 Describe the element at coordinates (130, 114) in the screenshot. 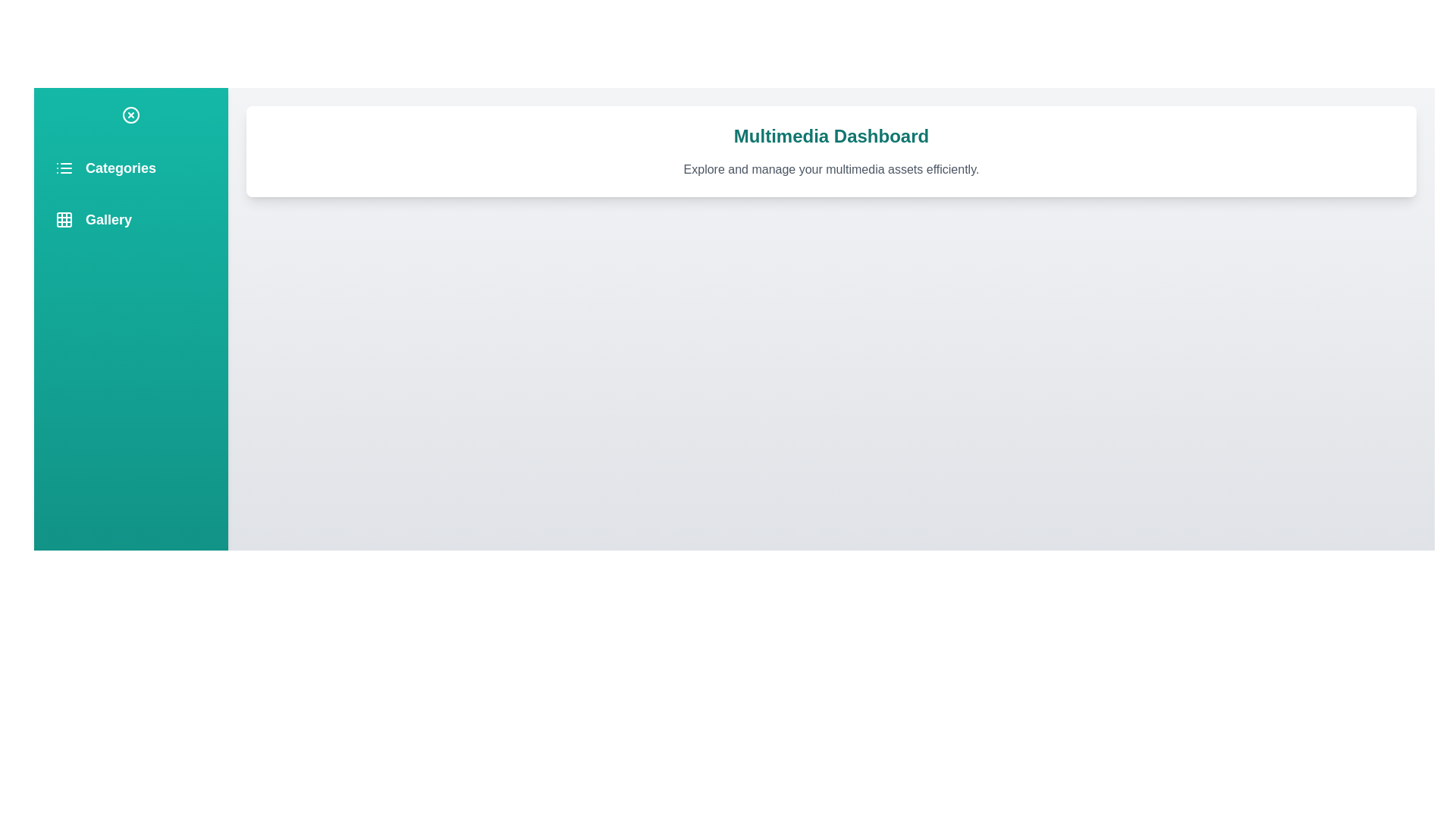

I see `toggle button to change the drawer's visibility` at that location.